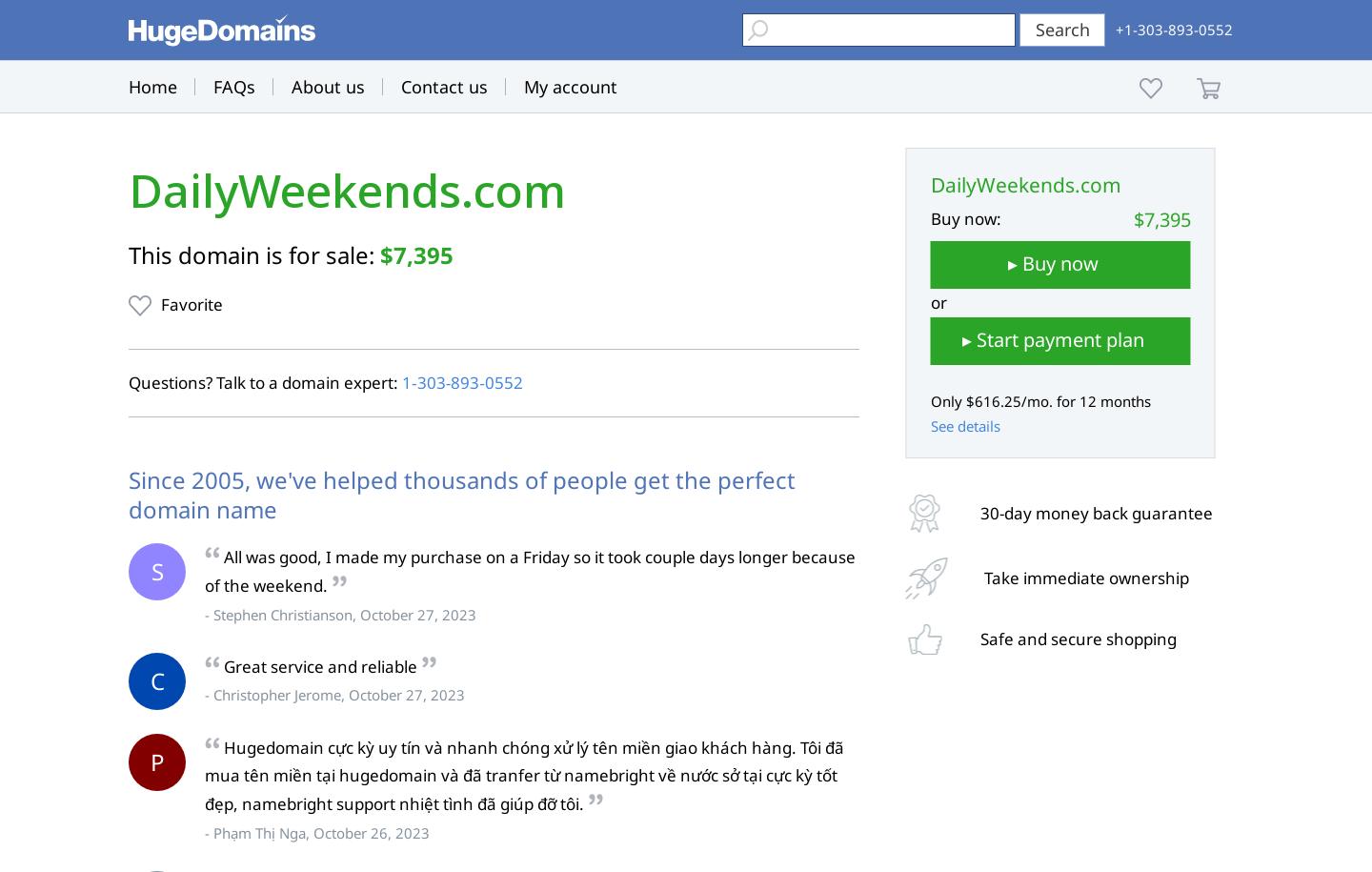 Image resolution: width=1372 pixels, height=872 pixels. Describe the element at coordinates (340, 613) in the screenshot. I see `'- Stephen Christianson, October 27, 2023'` at that location.